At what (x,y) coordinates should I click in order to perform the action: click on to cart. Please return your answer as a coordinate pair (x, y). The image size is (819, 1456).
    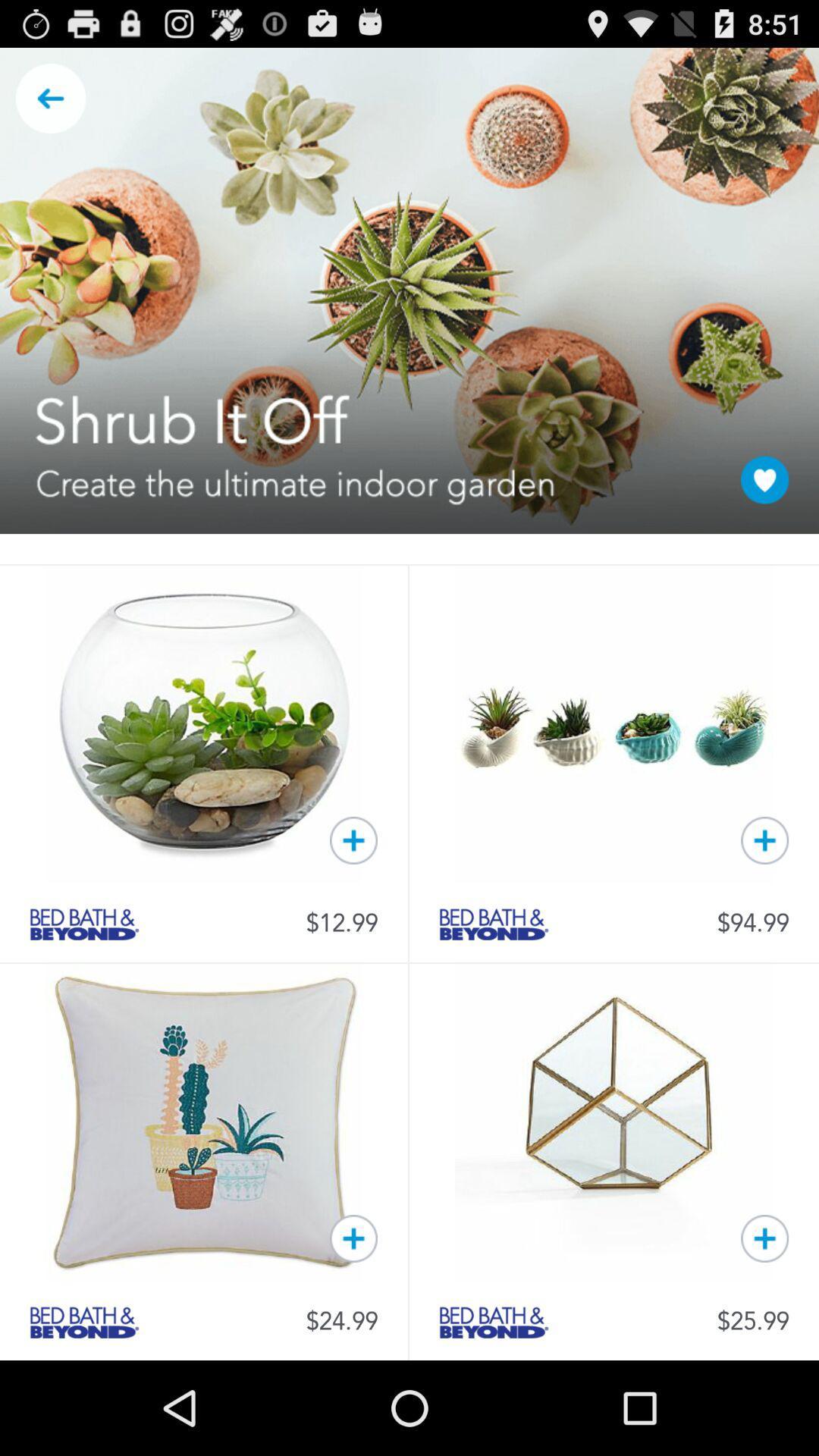
    Looking at the image, I should click on (353, 839).